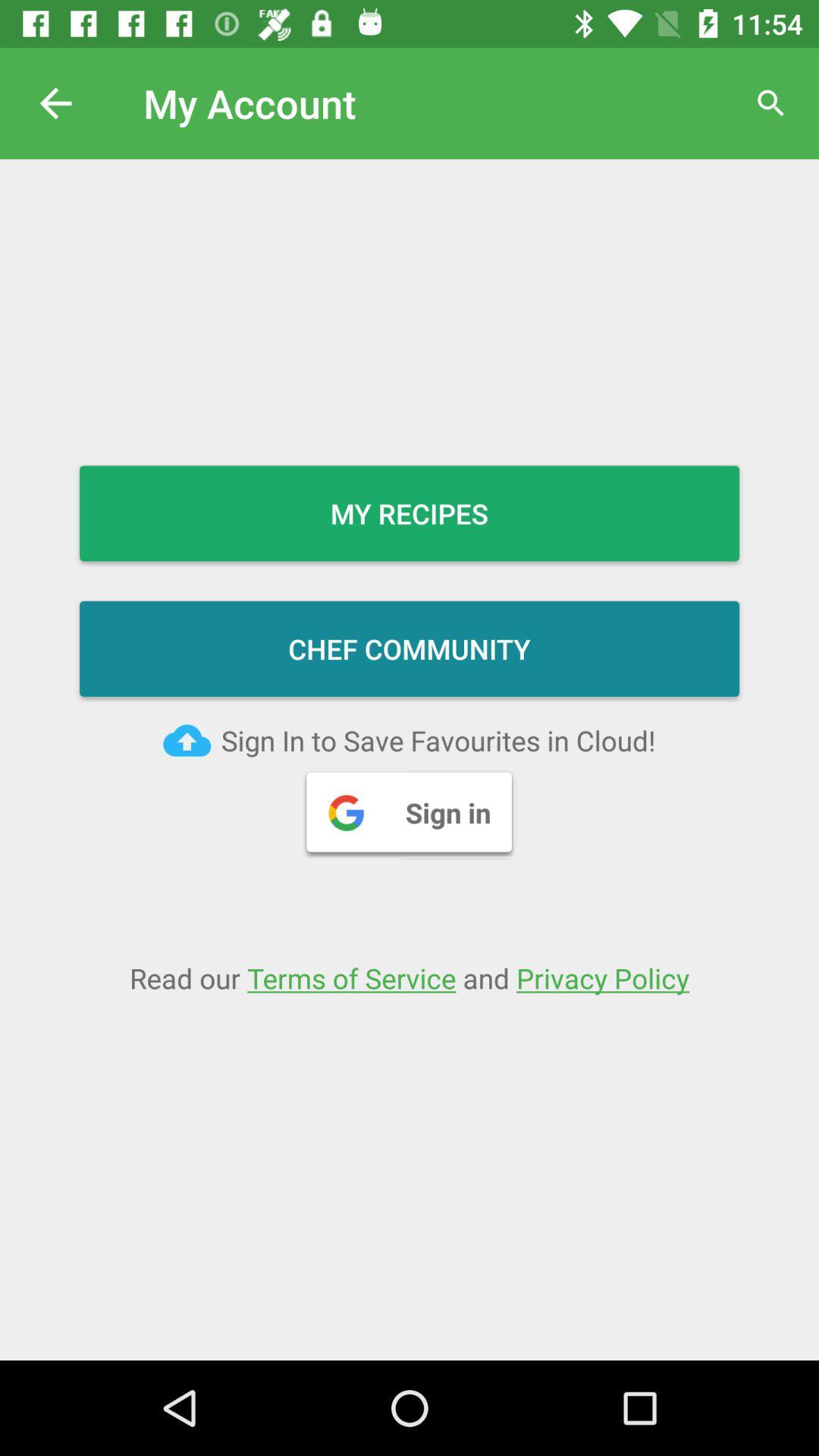  What do you see at coordinates (771, 103) in the screenshot?
I see `the search icon which is on top right of the page` at bounding box center [771, 103].